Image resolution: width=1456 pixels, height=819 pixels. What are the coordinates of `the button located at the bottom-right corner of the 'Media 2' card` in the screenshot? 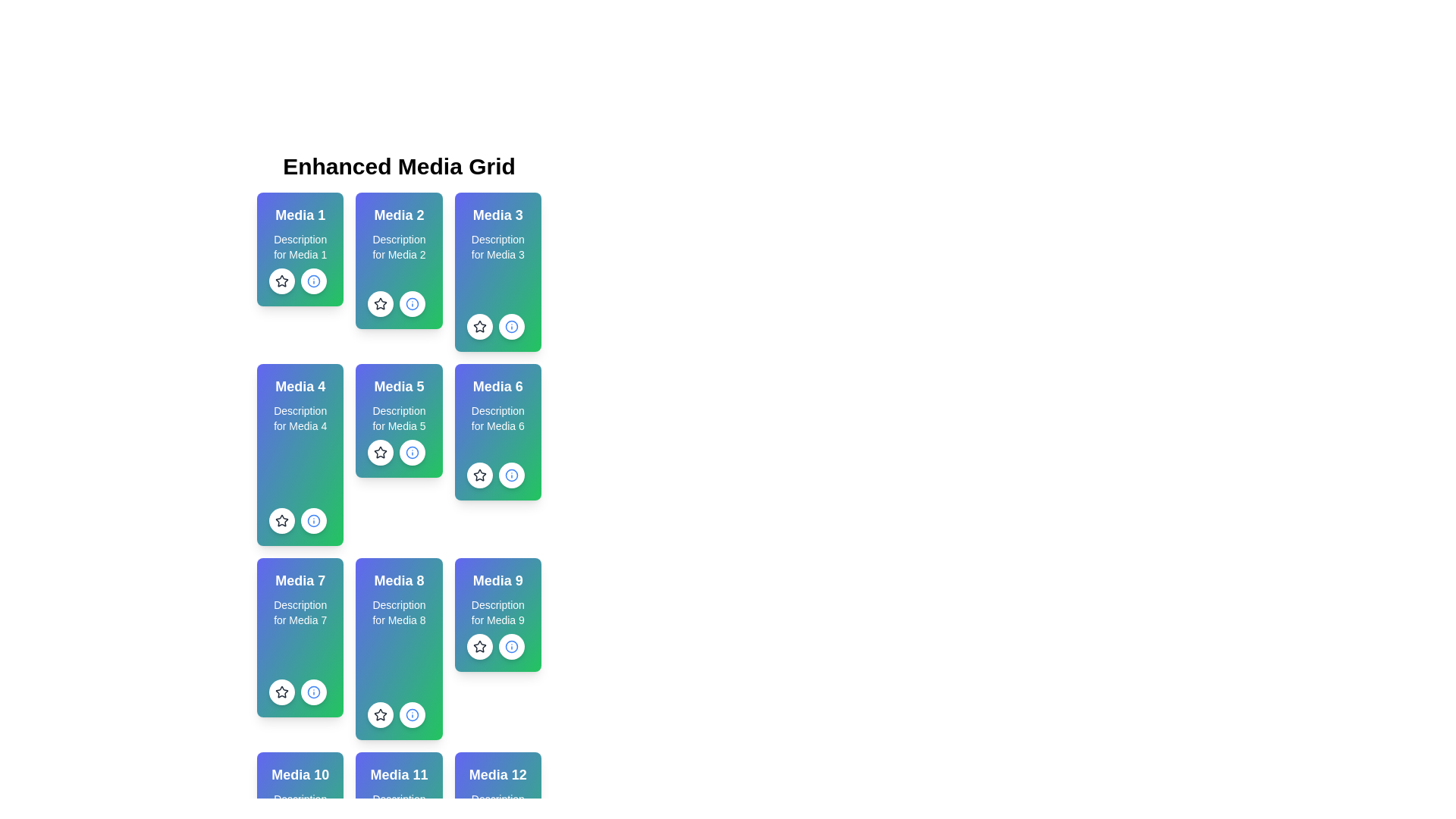 It's located at (413, 304).